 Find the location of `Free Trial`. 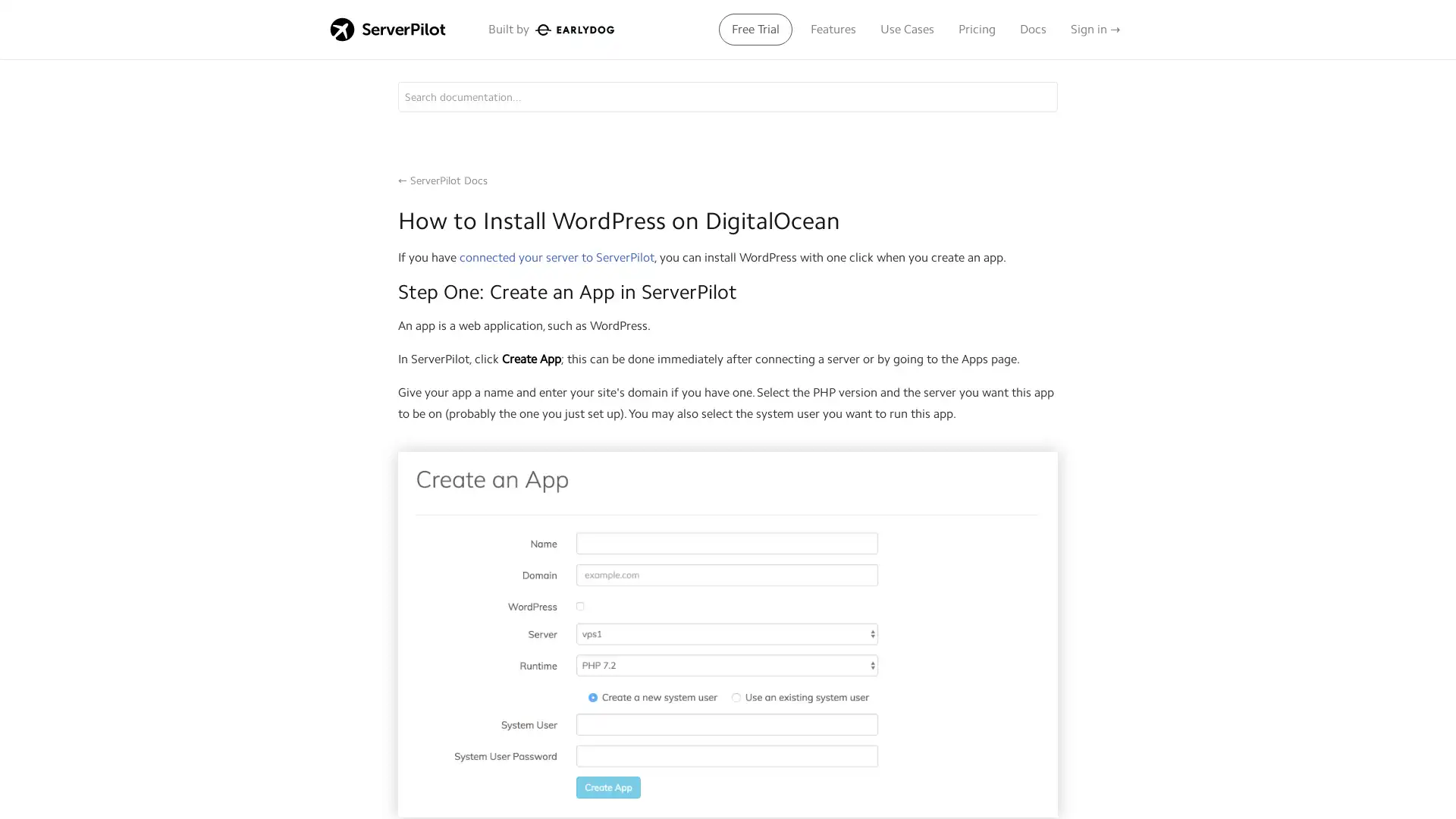

Free Trial is located at coordinates (755, 29).